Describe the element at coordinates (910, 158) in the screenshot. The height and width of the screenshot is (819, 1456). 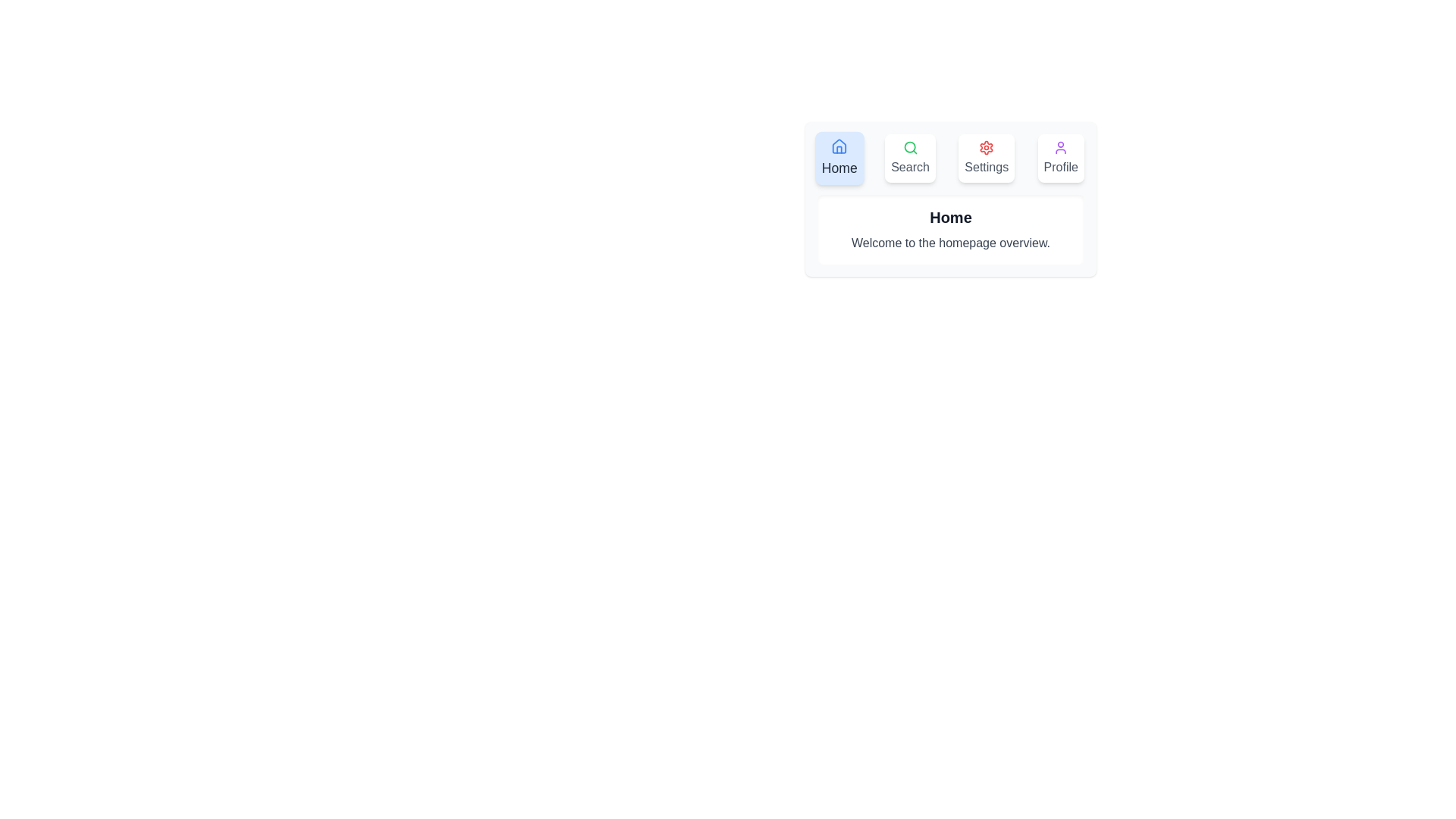
I see `the tab labeled Search to observe its hover effect` at that location.